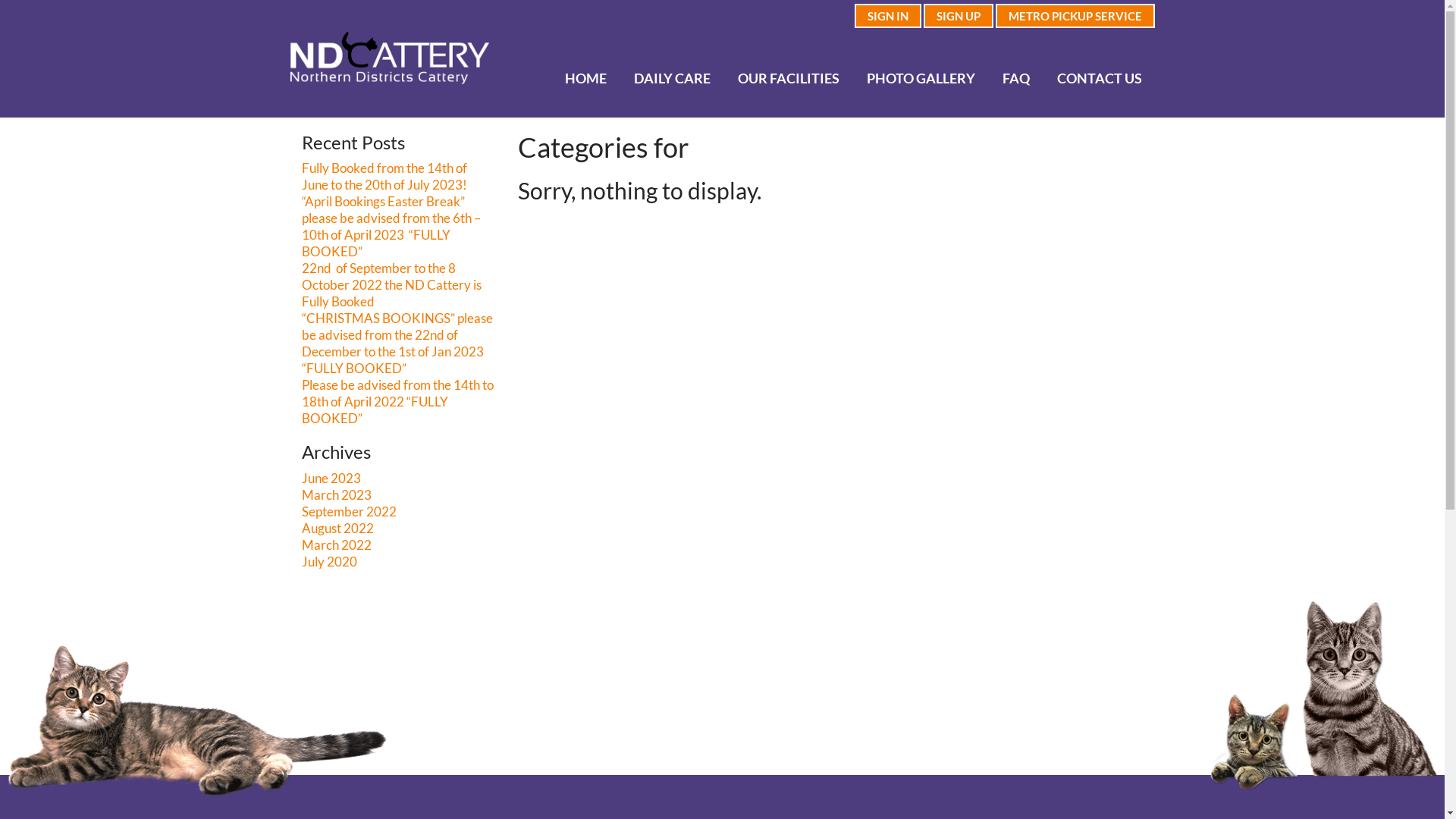  Describe the element at coordinates (1016, 77) in the screenshot. I see `'FAQ'` at that location.